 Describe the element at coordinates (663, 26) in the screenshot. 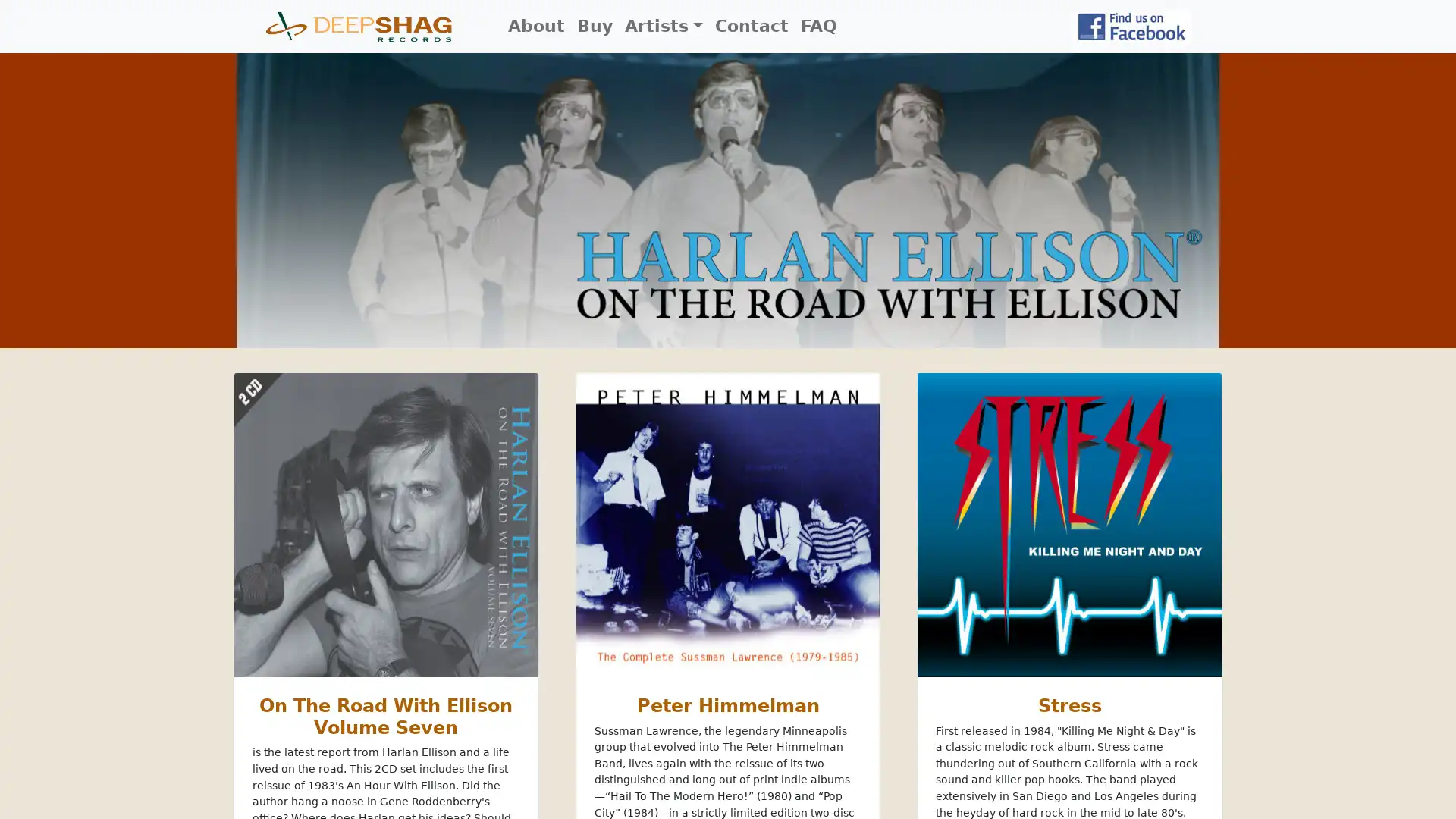

I see `Artists` at that location.